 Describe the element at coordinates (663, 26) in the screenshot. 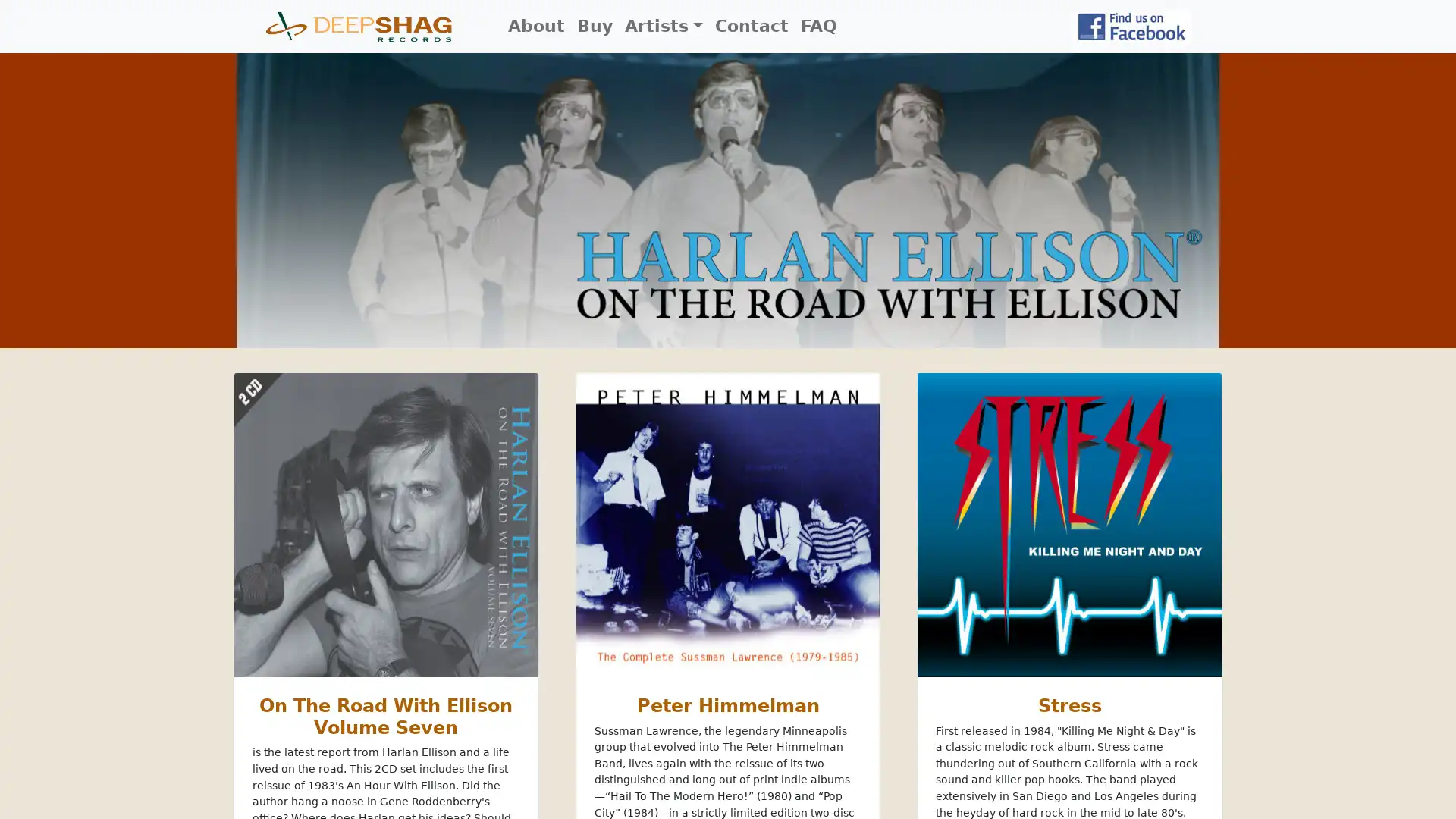

I see `Artists` at that location.